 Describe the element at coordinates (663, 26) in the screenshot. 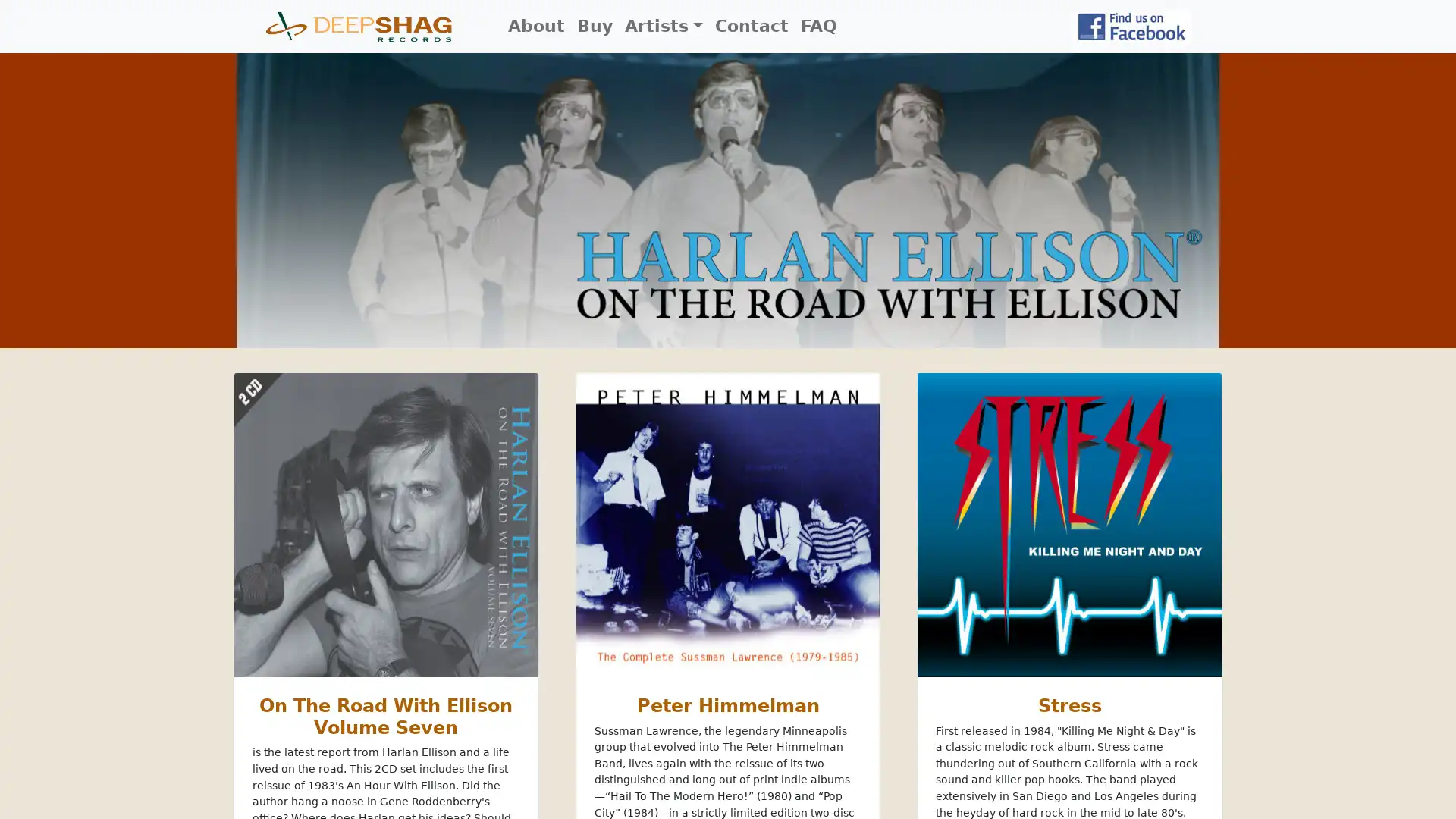

I see `Artists` at that location.